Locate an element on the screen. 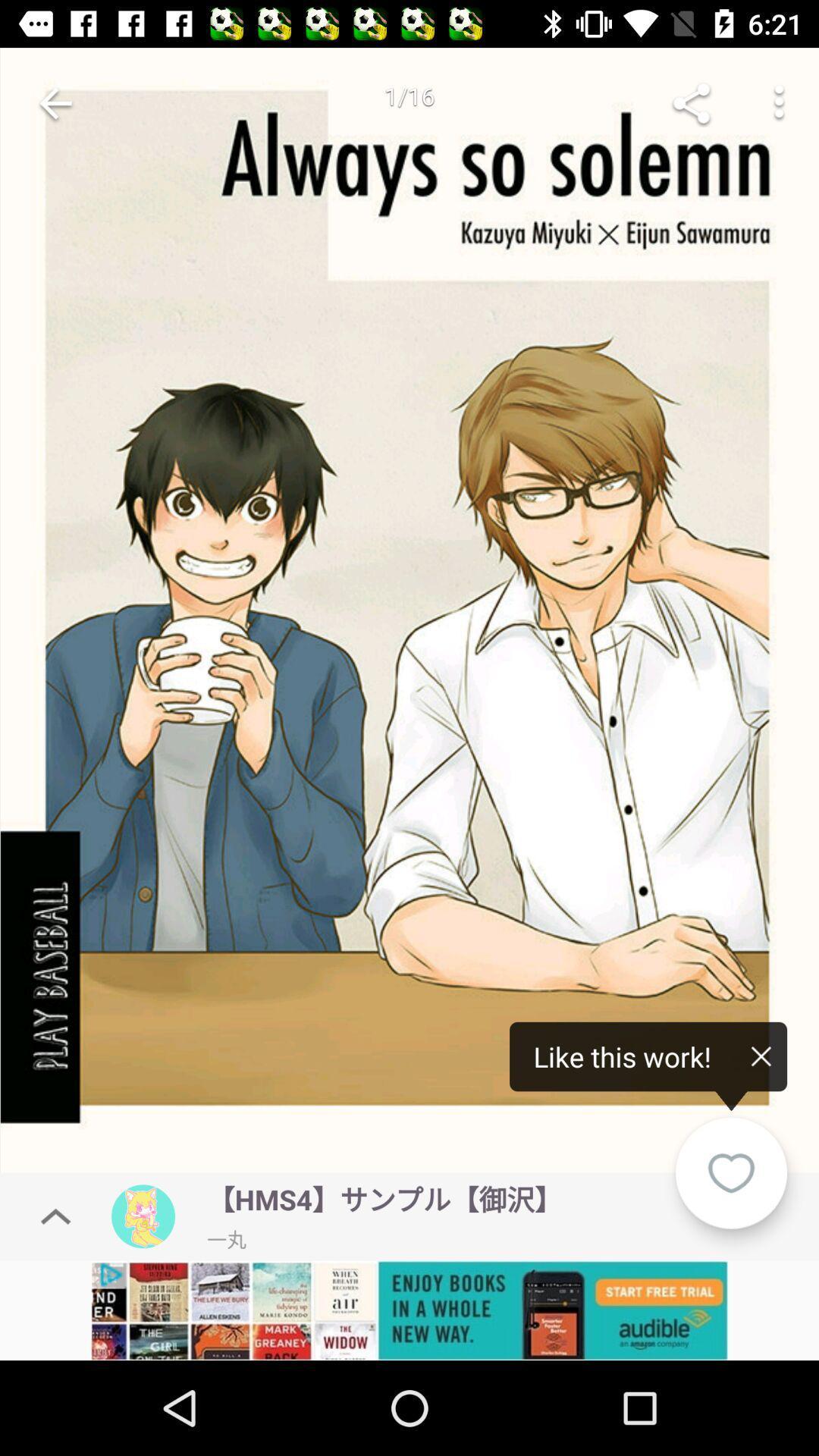  user avatar is located at coordinates (143, 1216).